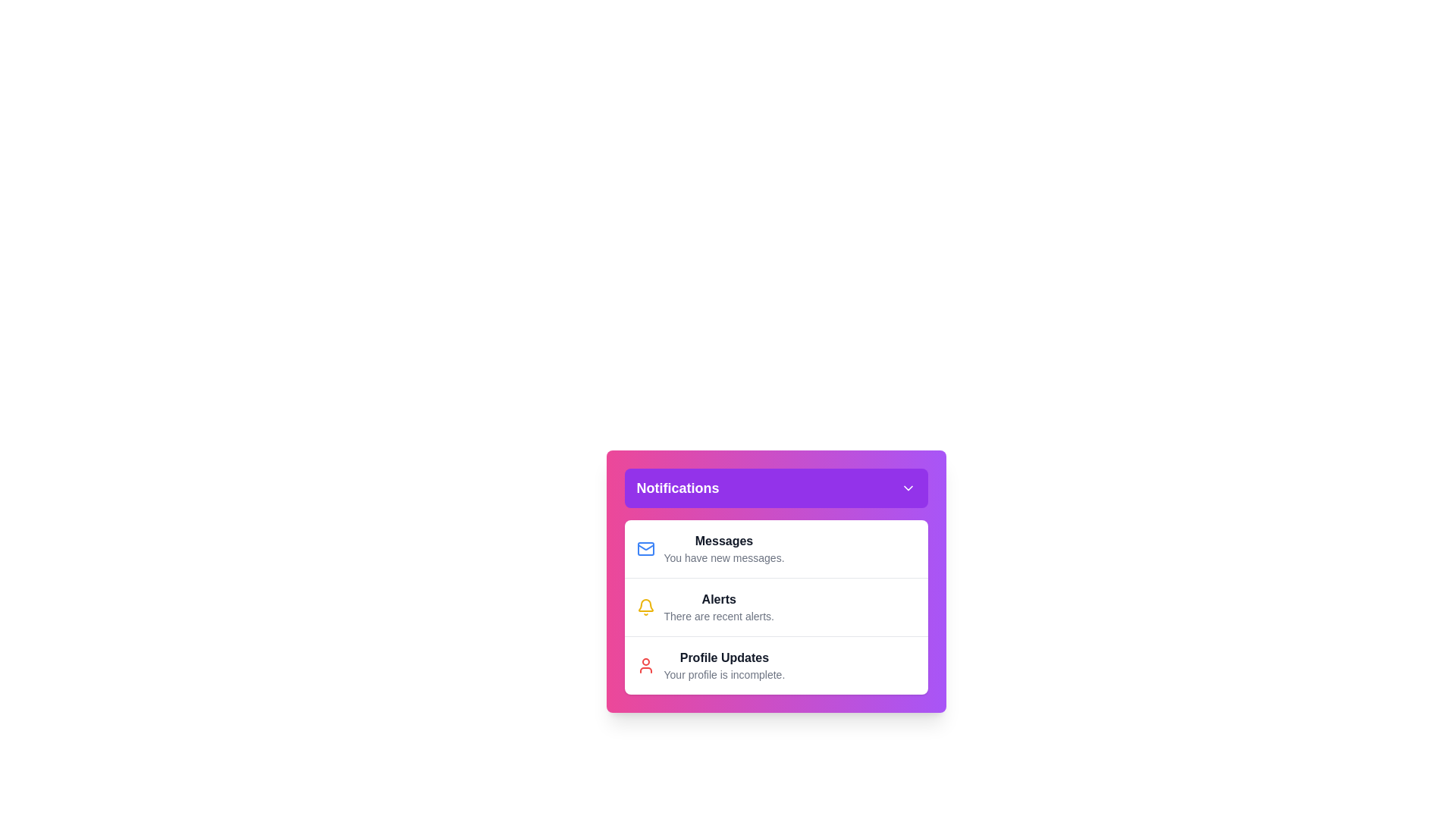 This screenshot has height=819, width=1456. Describe the element at coordinates (645, 549) in the screenshot. I see `the graphical mail envelope icon representing the 'Messages' notifications in the notification panel` at that location.